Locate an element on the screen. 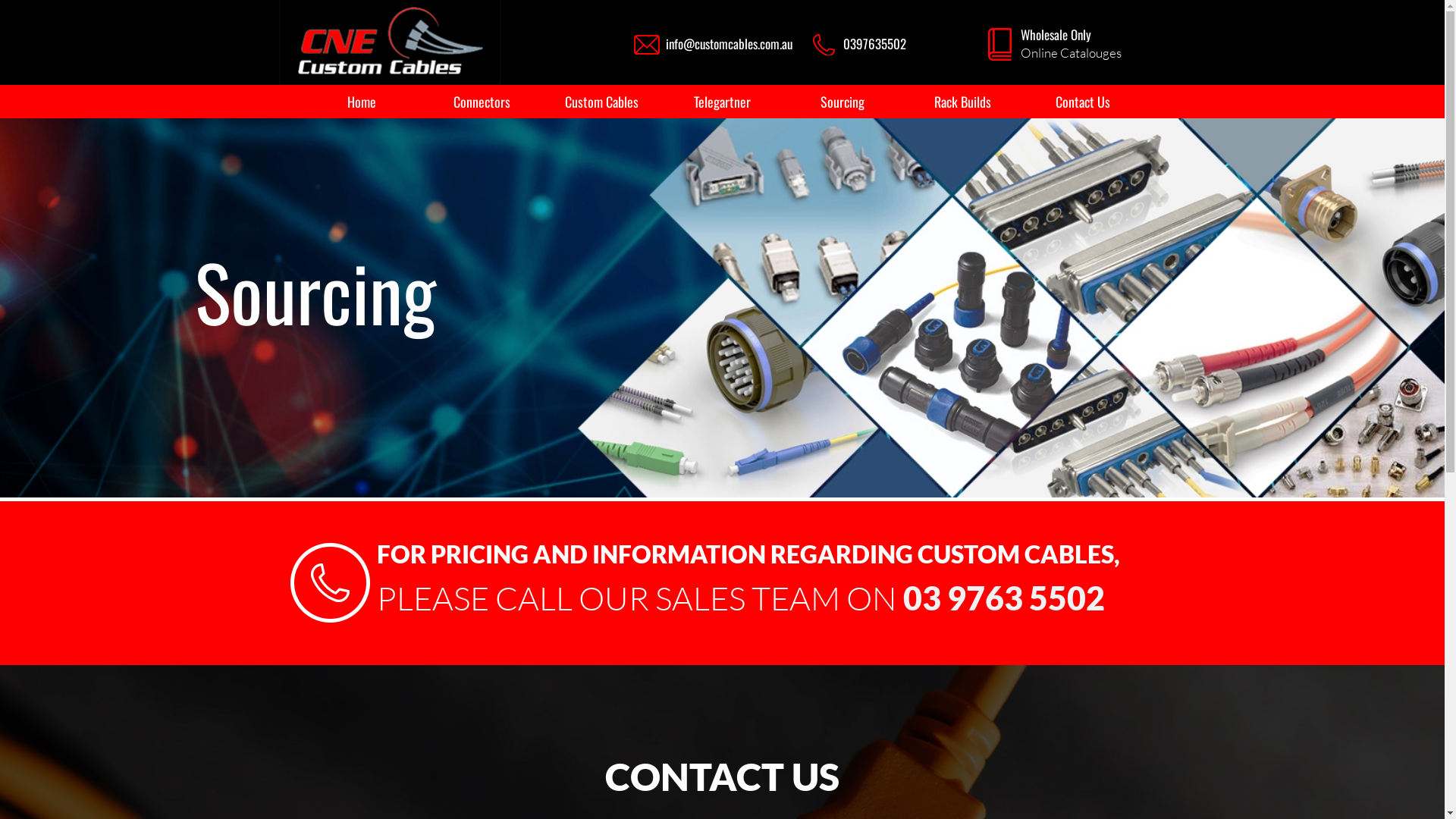 The height and width of the screenshot is (819, 1456). 'Sourcing' is located at coordinates (842, 102).